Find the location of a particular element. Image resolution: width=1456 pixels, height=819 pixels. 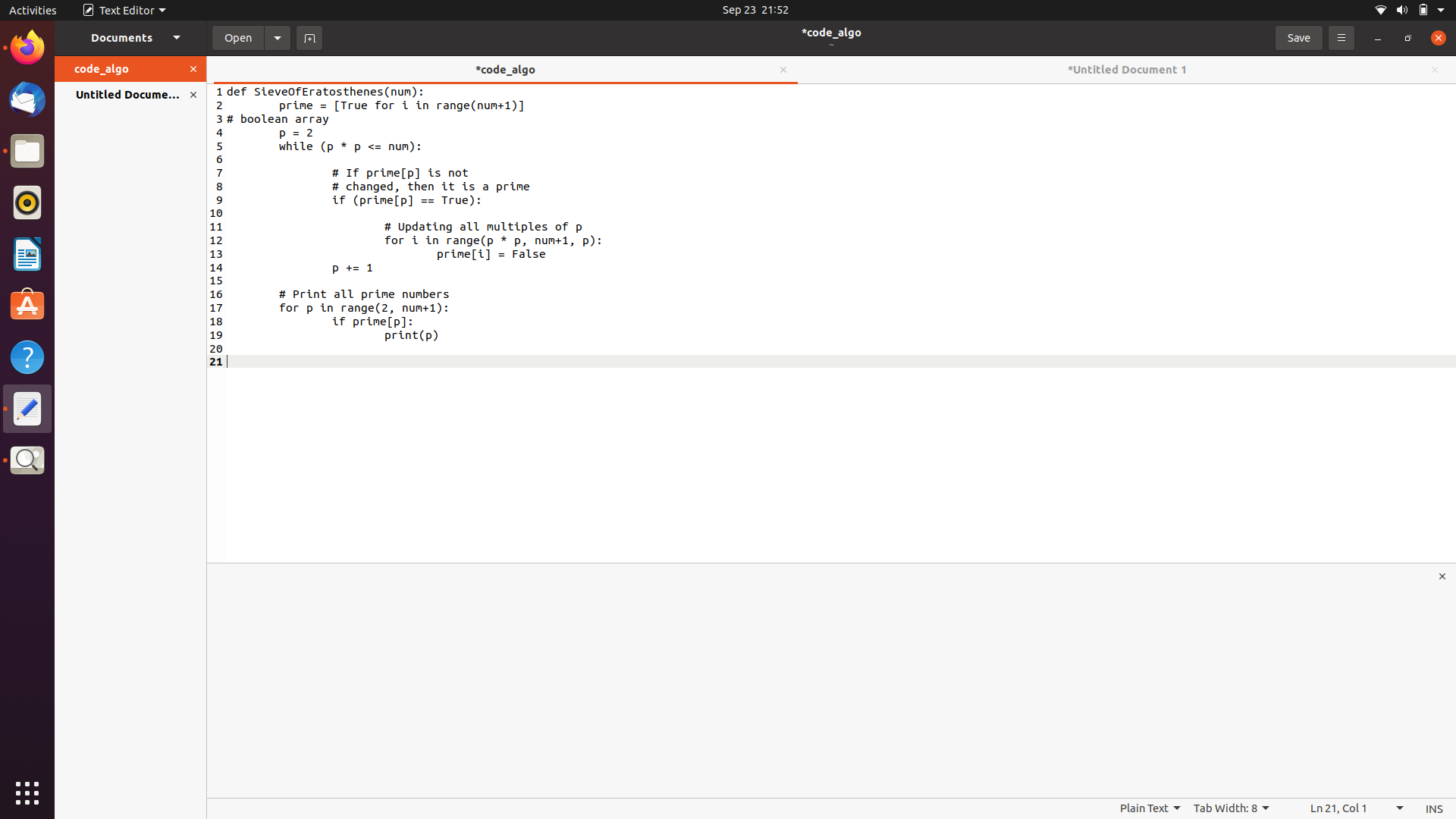

a file from the left side menu is located at coordinates (236, 36).